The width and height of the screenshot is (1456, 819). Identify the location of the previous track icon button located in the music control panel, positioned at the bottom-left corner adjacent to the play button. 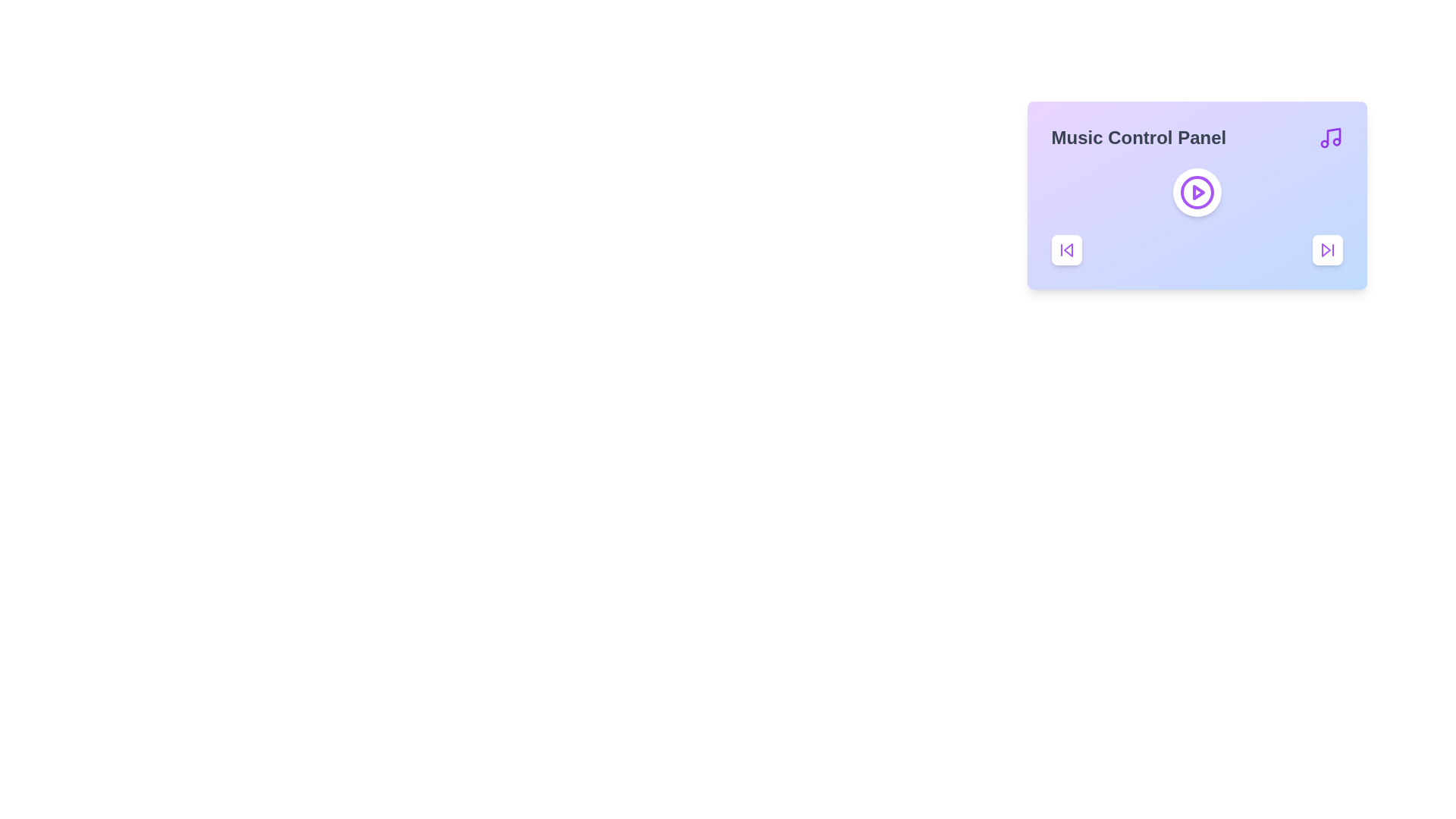
(1065, 249).